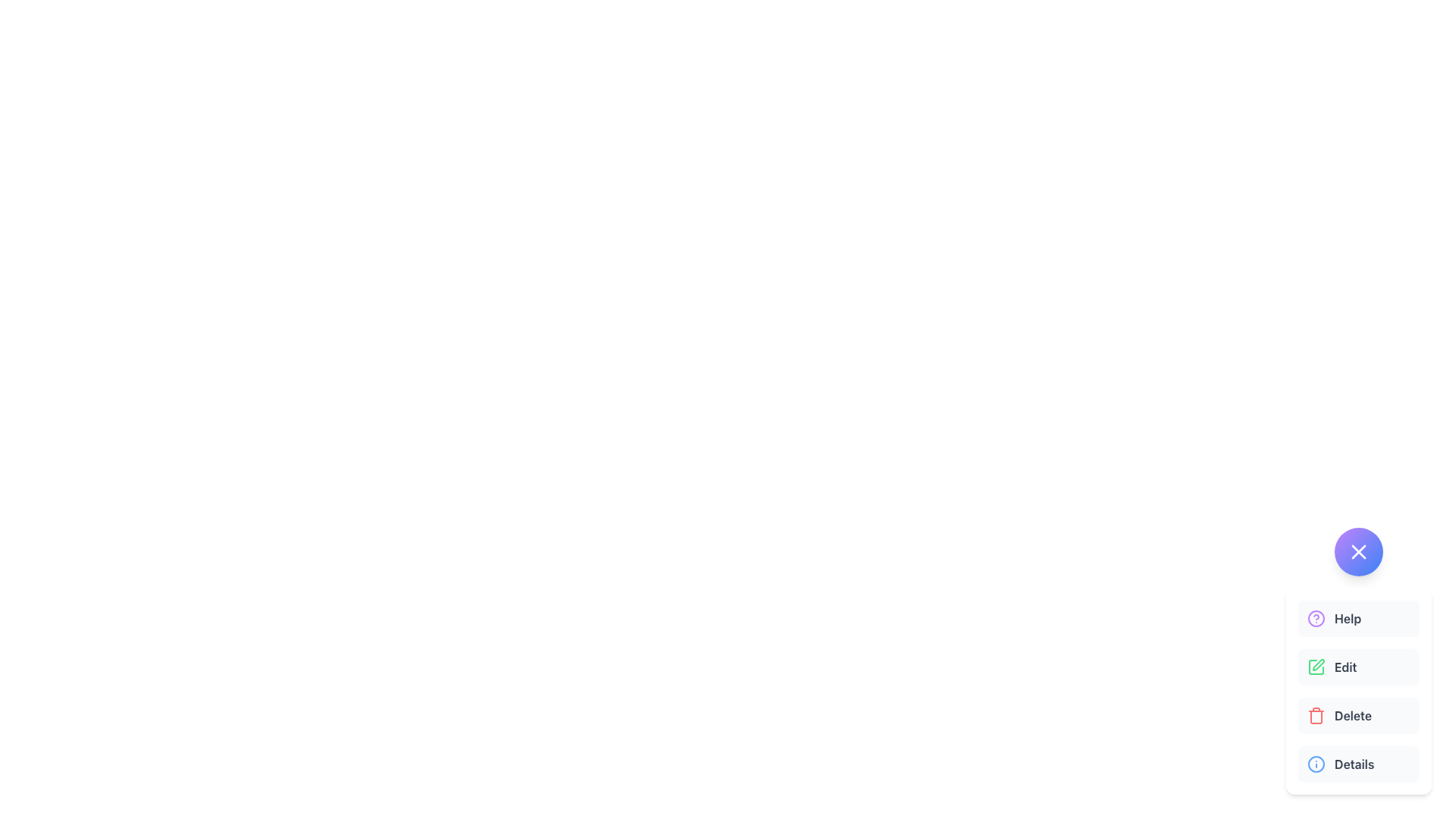 Image resolution: width=1456 pixels, height=819 pixels. Describe the element at coordinates (1316, 716) in the screenshot. I see `the red trash icon located to the left of the 'Delete' text` at that location.